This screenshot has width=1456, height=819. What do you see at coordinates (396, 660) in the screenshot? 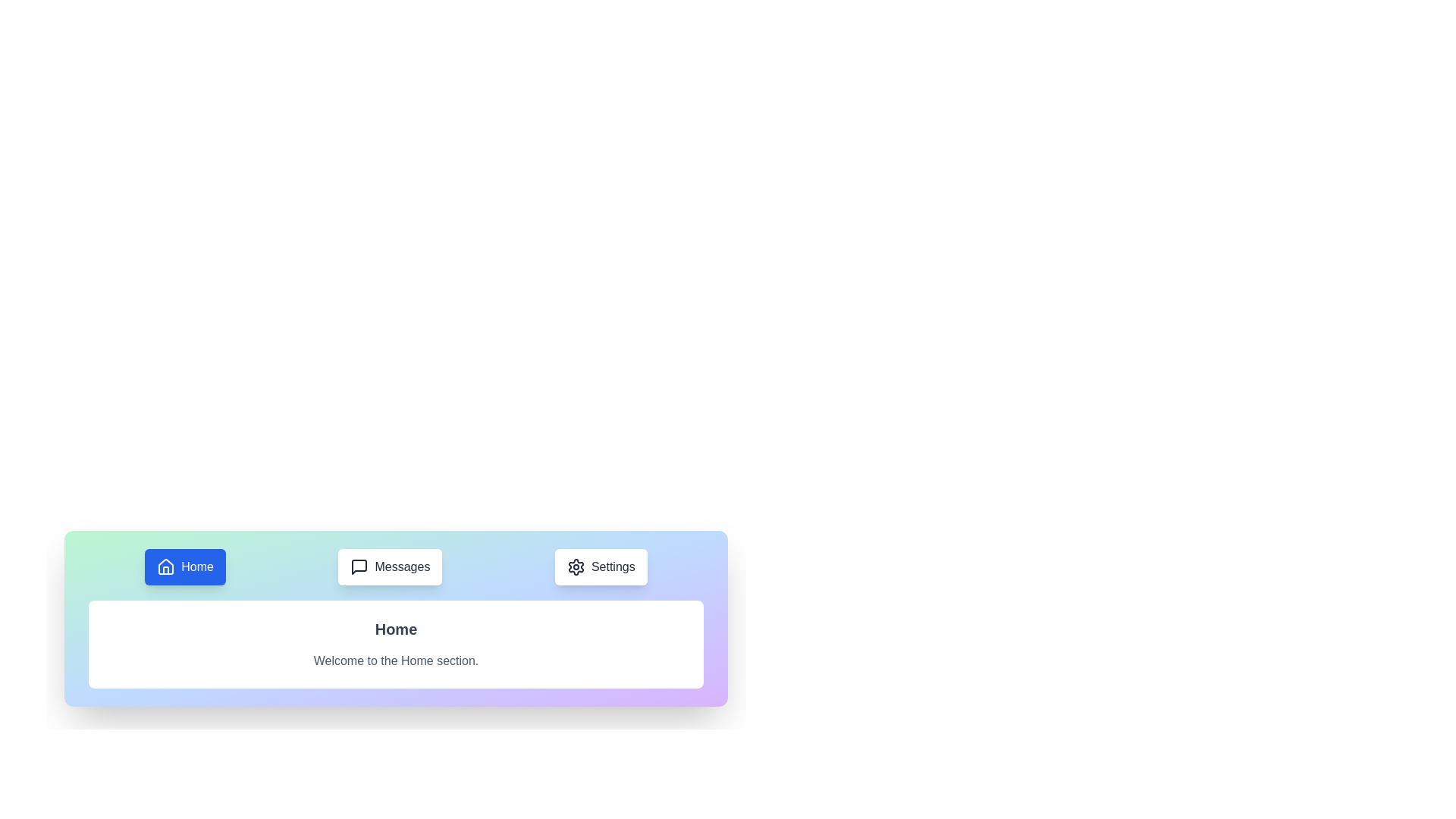
I see `the text 'Welcome to the Home section.' to select it` at bounding box center [396, 660].